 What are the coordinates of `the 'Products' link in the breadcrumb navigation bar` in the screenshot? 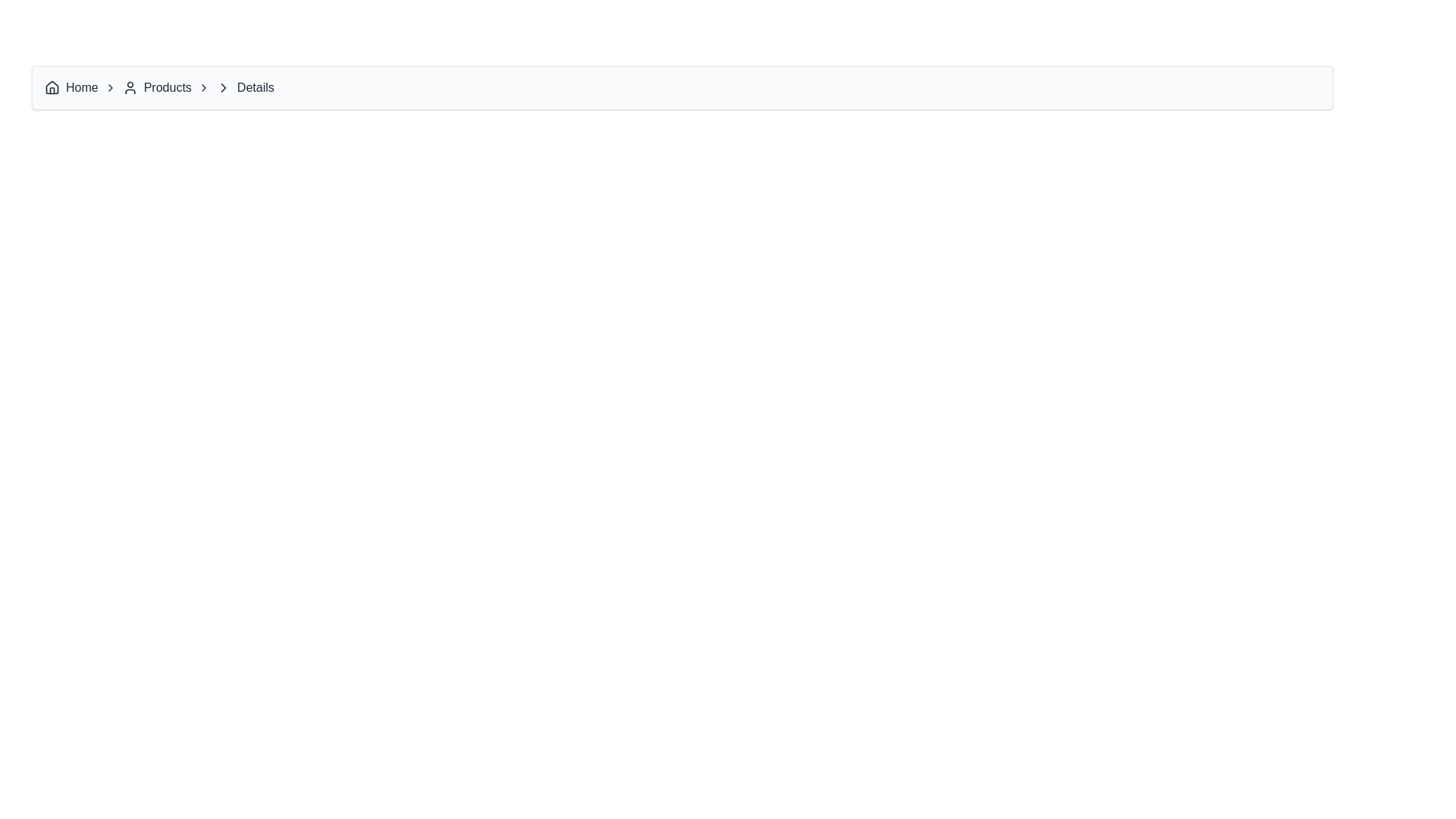 It's located at (156, 87).